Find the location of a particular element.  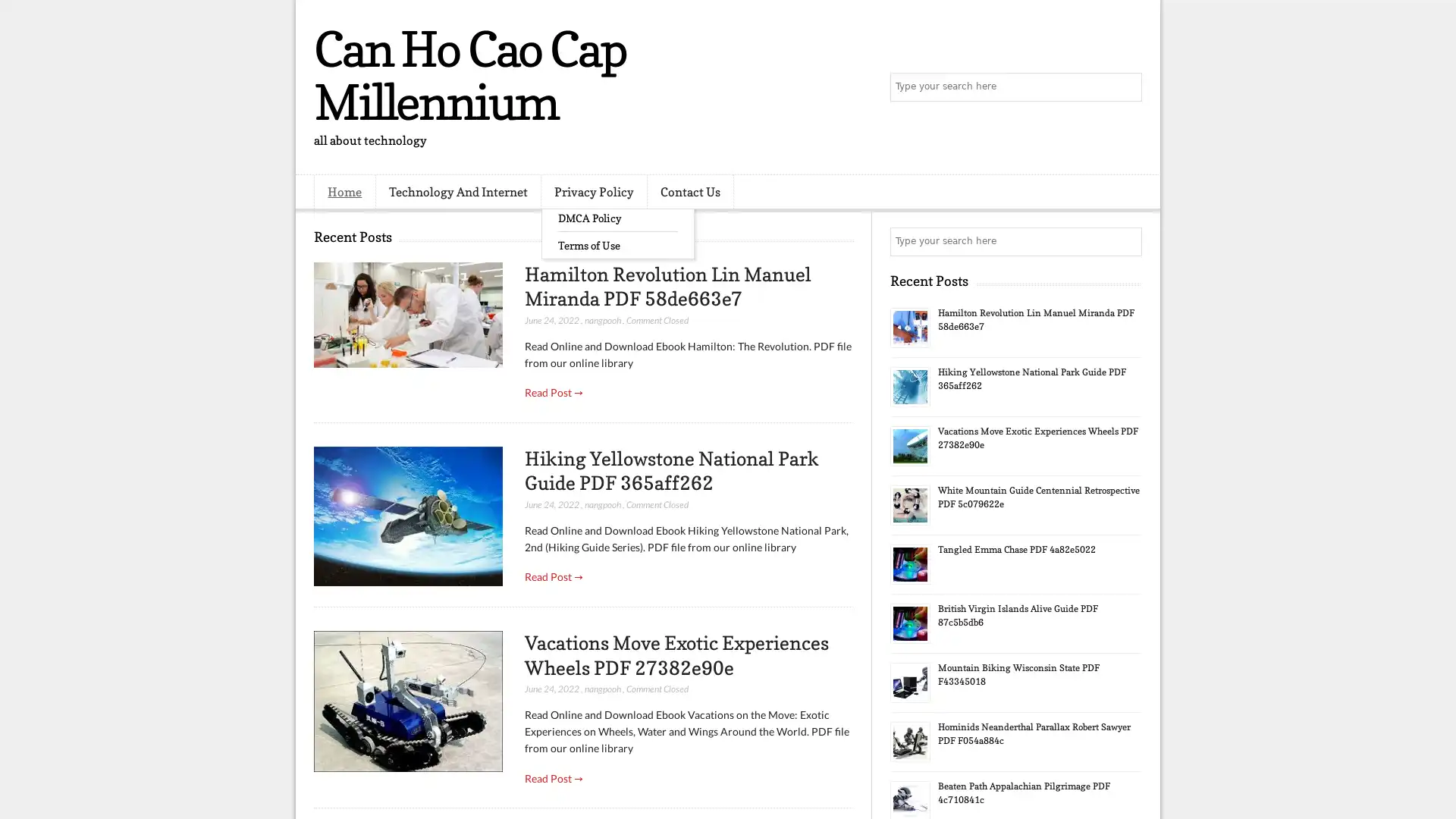

Search is located at coordinates (1126, 87).